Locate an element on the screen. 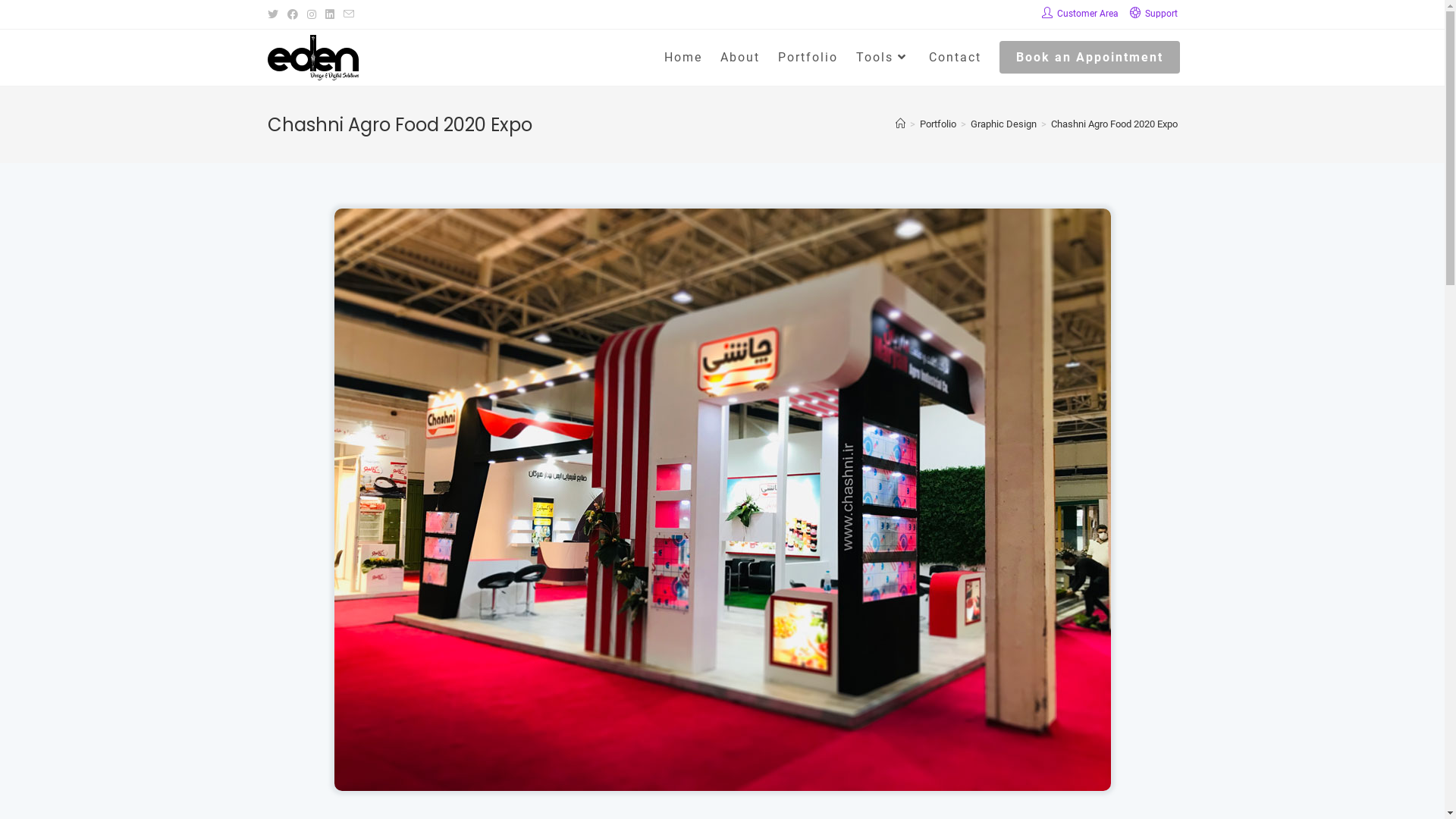  'Tools' is located at coordinates (846, 57).